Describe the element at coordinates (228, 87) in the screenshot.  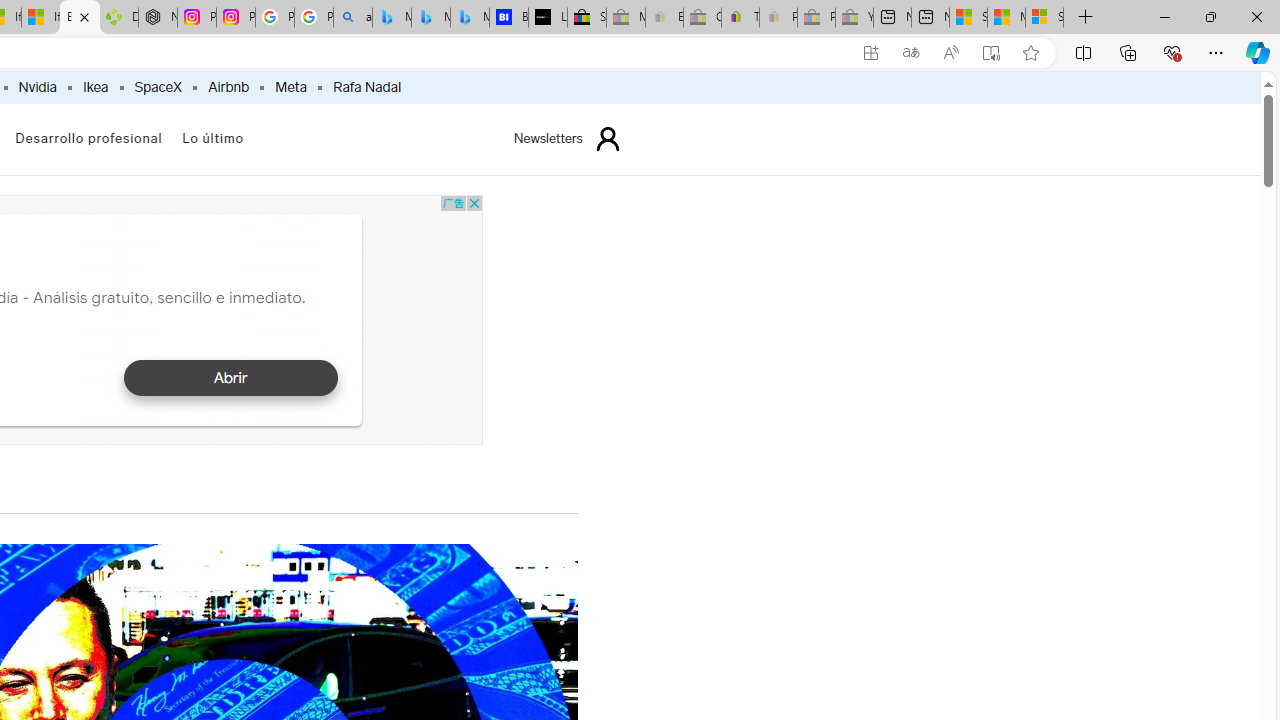
I see `'Airbnb'` at that location.